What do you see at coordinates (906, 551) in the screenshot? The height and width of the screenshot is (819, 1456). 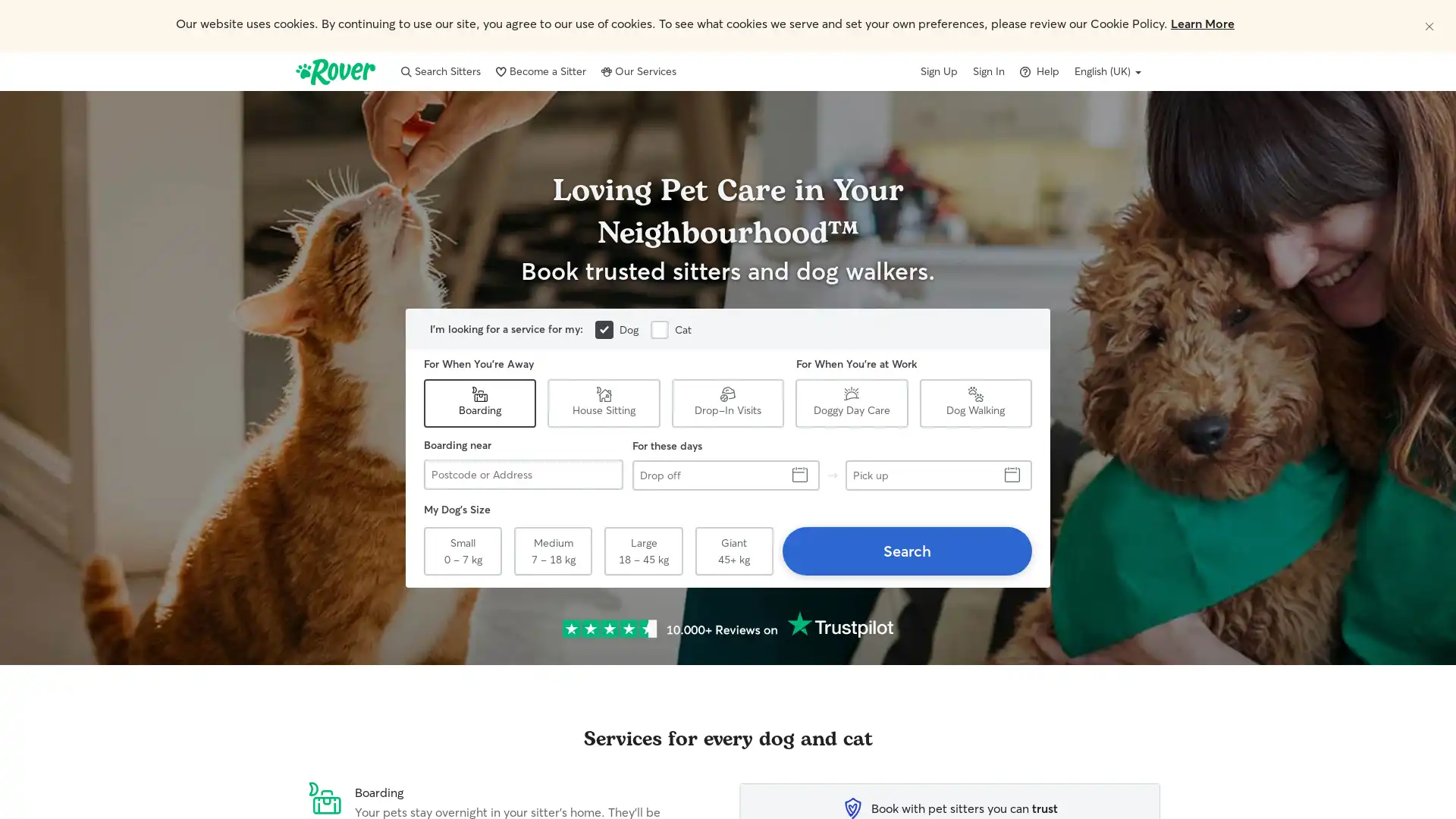 I see `Search` at bounding box center [906, 551].